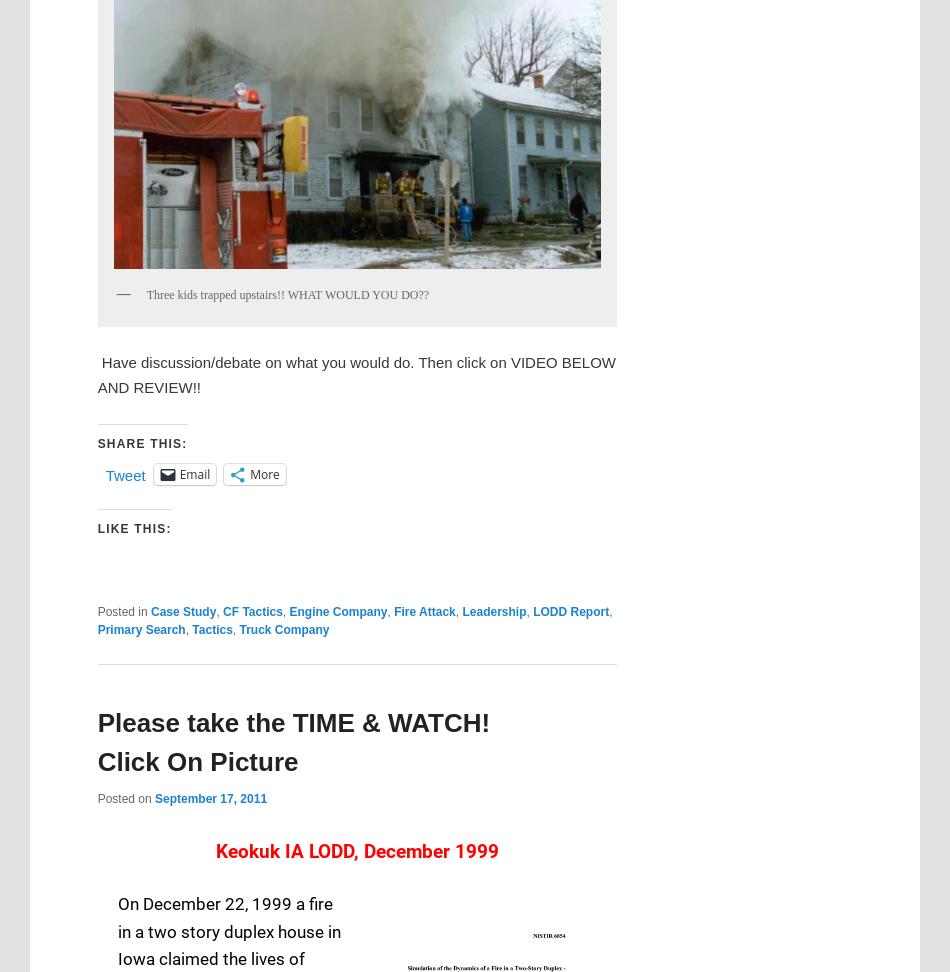 This screenshot has width=950, height=972. I want to click on 'Posted in', so click(121, 611).